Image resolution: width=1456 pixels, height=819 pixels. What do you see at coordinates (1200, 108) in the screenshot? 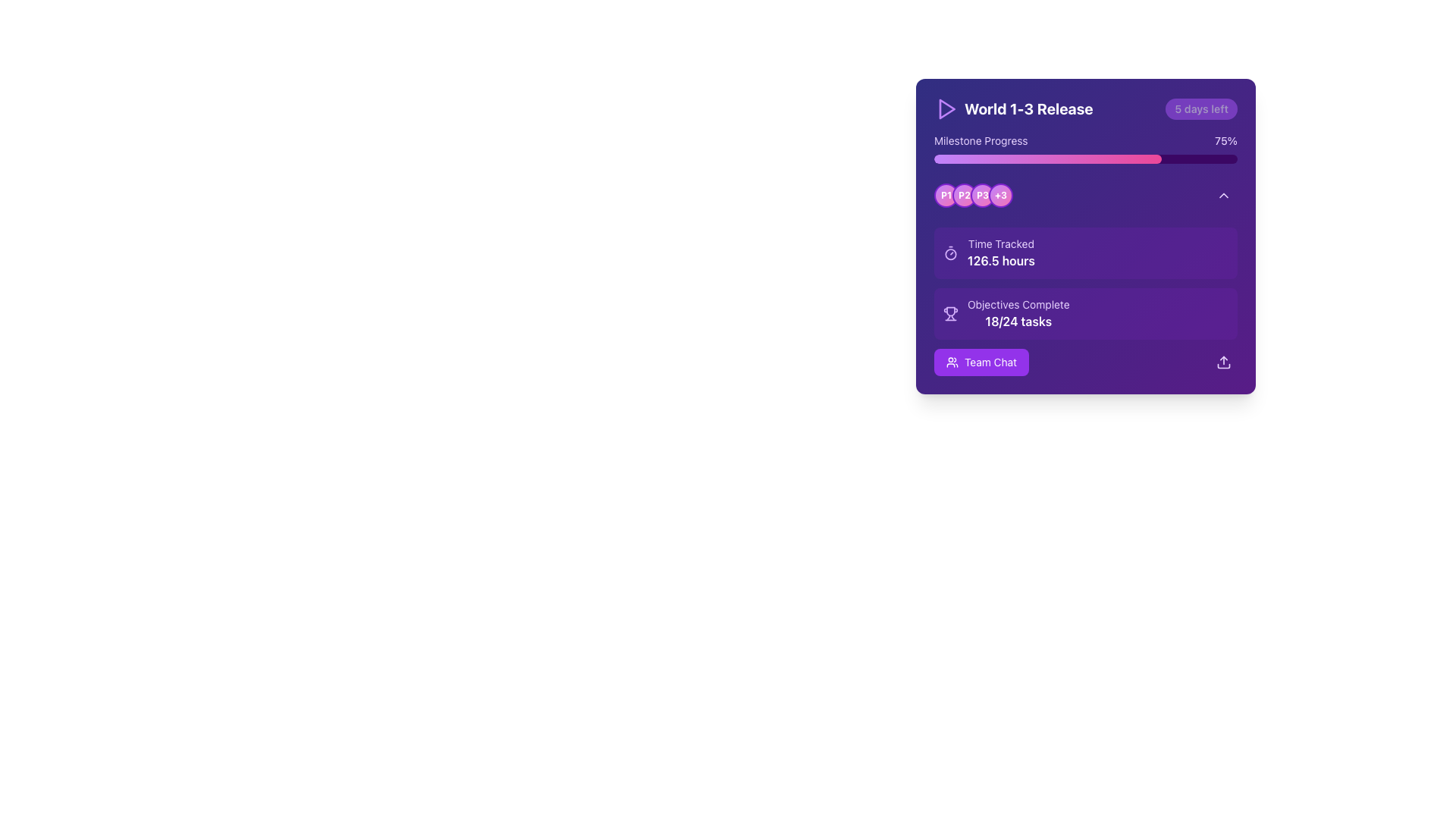
I see `the vibrant purple label that indicates '5 days left', which is located at the upper-right corner of the dashboard widget titled 'World 1-3 Release'` at bounding box center [1200, 108].